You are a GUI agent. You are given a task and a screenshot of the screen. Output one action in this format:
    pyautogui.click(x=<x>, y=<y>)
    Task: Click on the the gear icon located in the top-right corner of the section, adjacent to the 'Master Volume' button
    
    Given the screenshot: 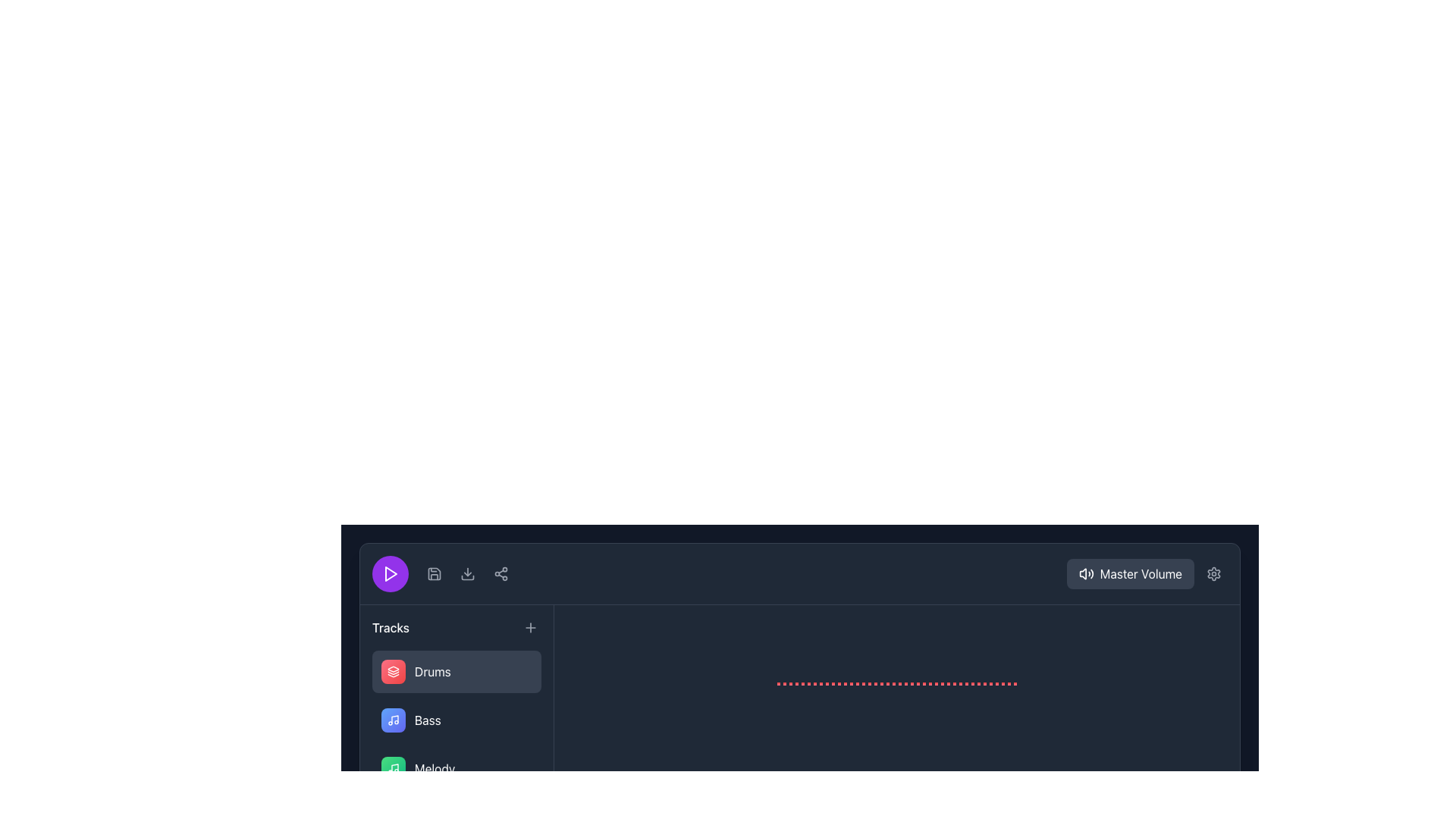 What is the action you would take?
    pyautogui.click(x=1214, y=573)
    